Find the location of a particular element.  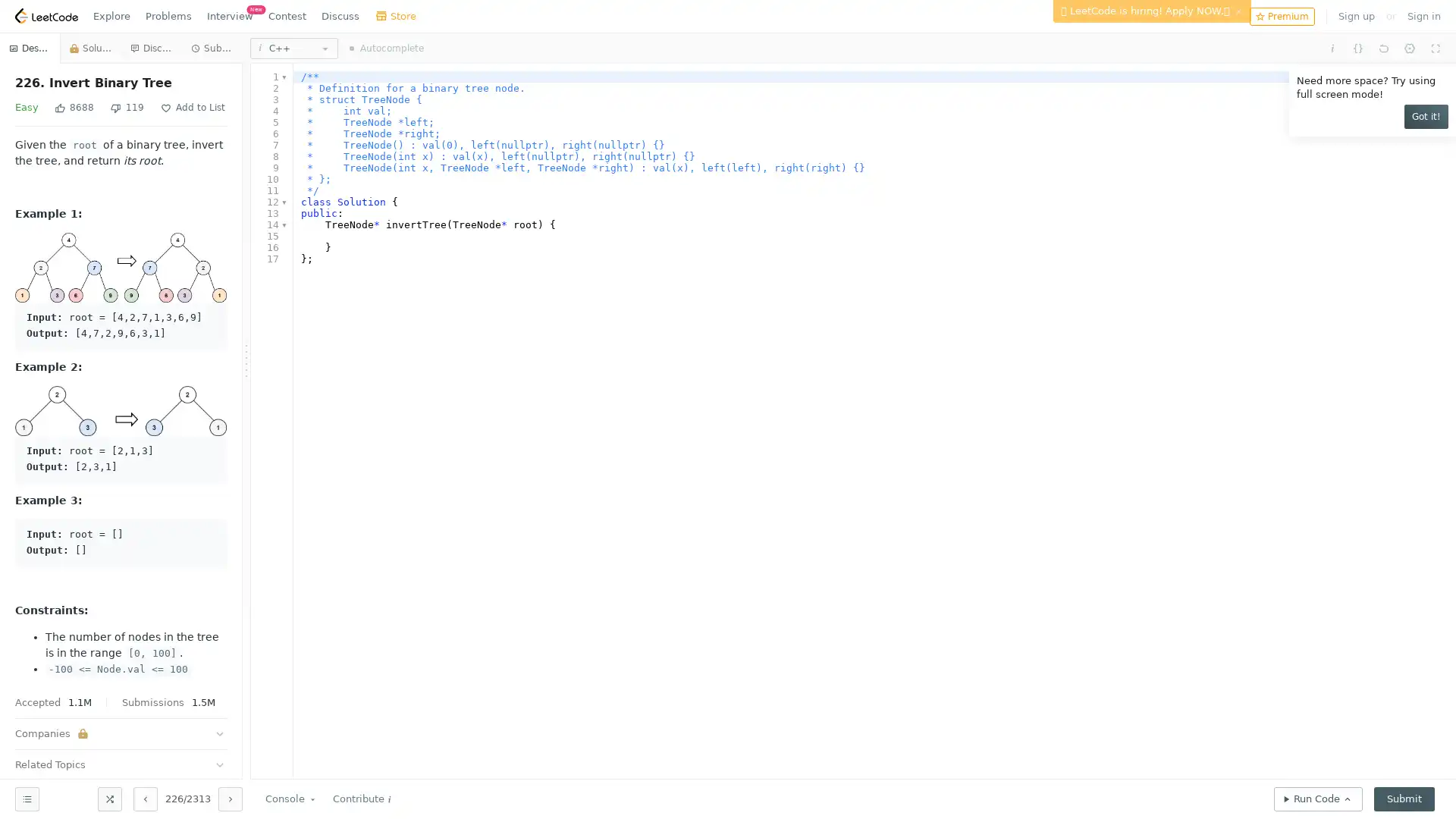

Got it! is located at coordinates (1426, 116).